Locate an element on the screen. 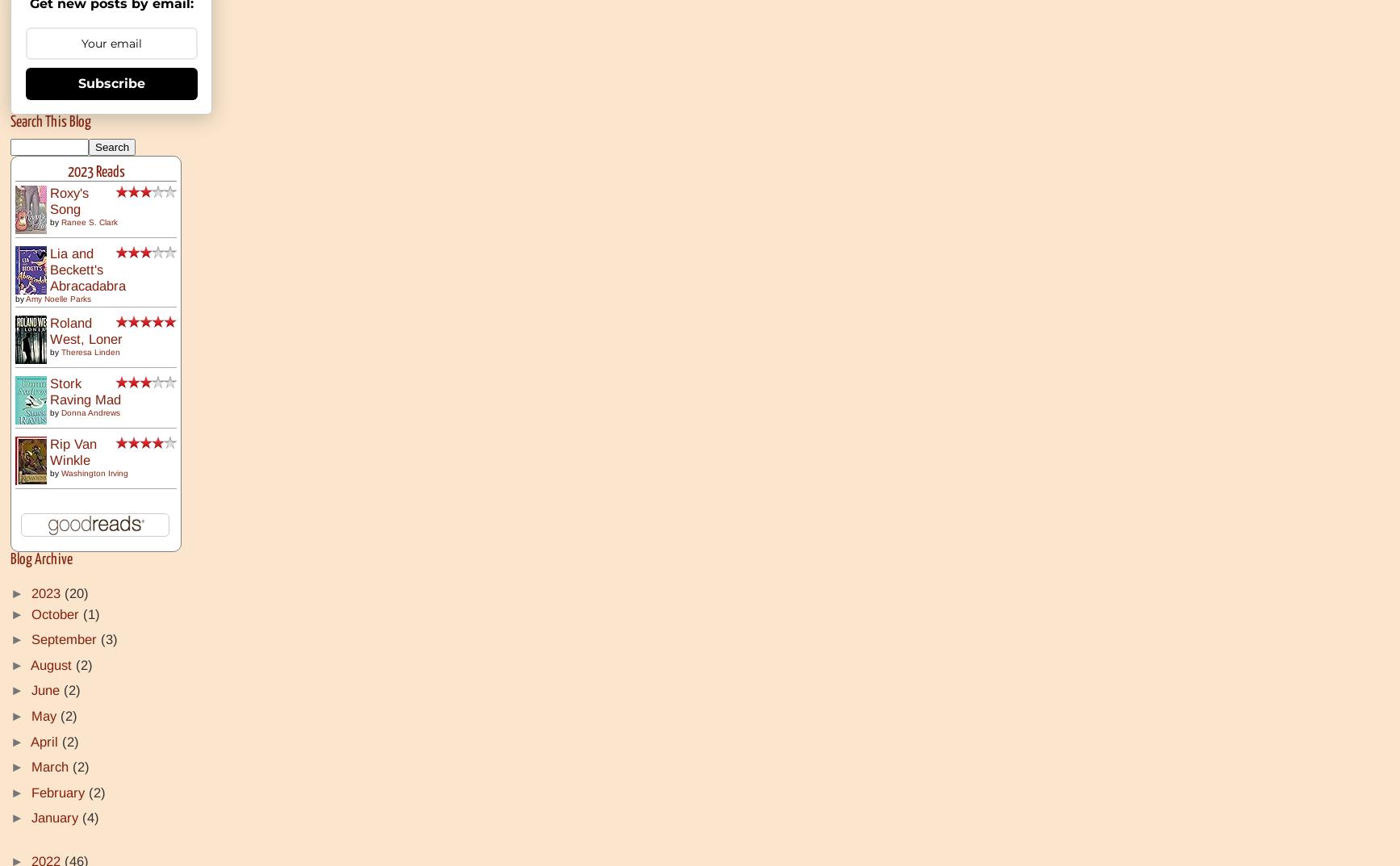 Image resolution: width=1400 pixels, height=866 pixels. 'June' is located at coordinates (47, 689).